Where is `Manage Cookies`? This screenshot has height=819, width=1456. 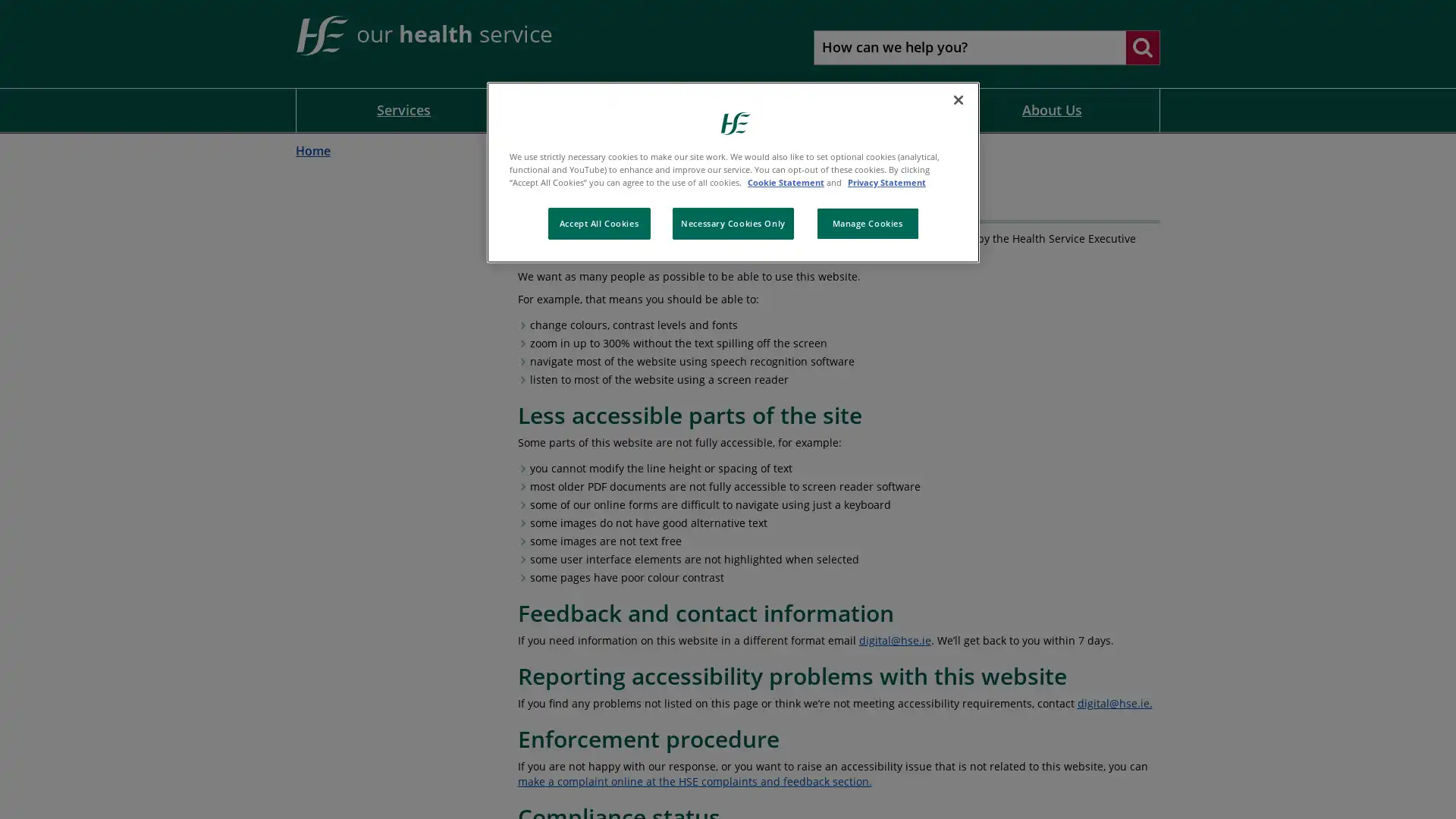
Manage Cookies is located at coordinates (867, 223).